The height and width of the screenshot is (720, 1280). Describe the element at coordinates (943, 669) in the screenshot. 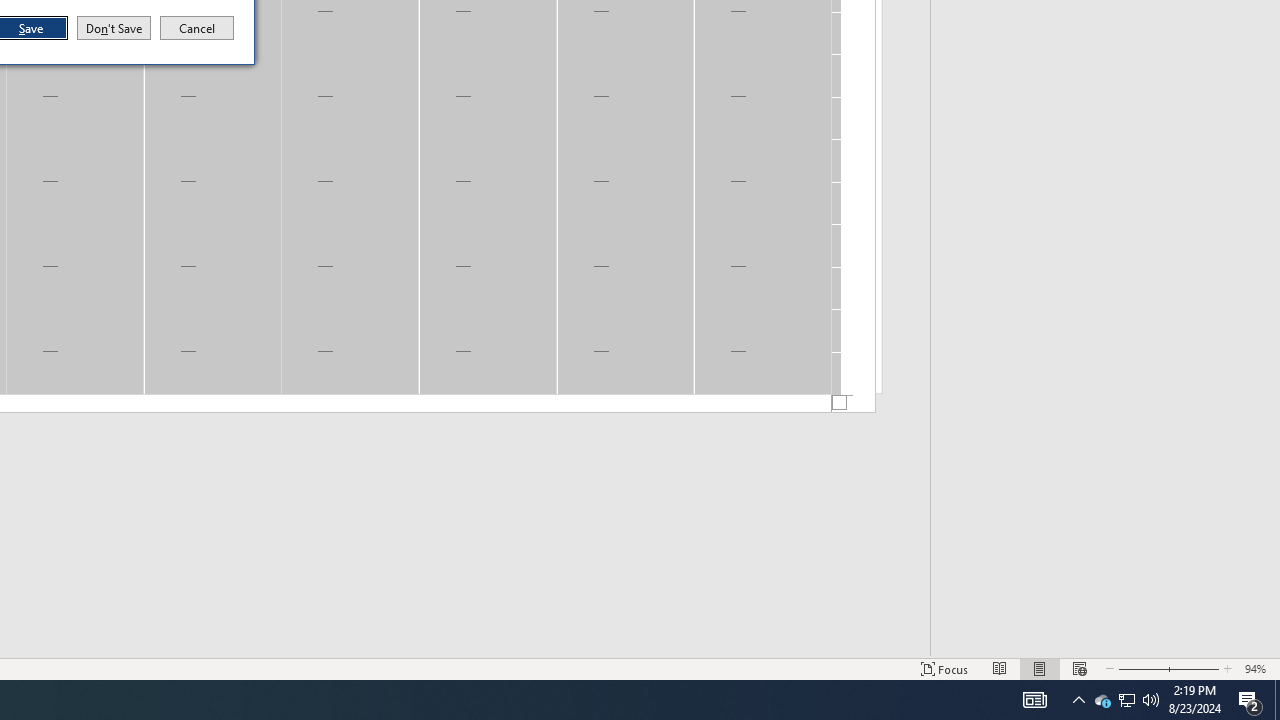

I see `'Focus '` at that location.